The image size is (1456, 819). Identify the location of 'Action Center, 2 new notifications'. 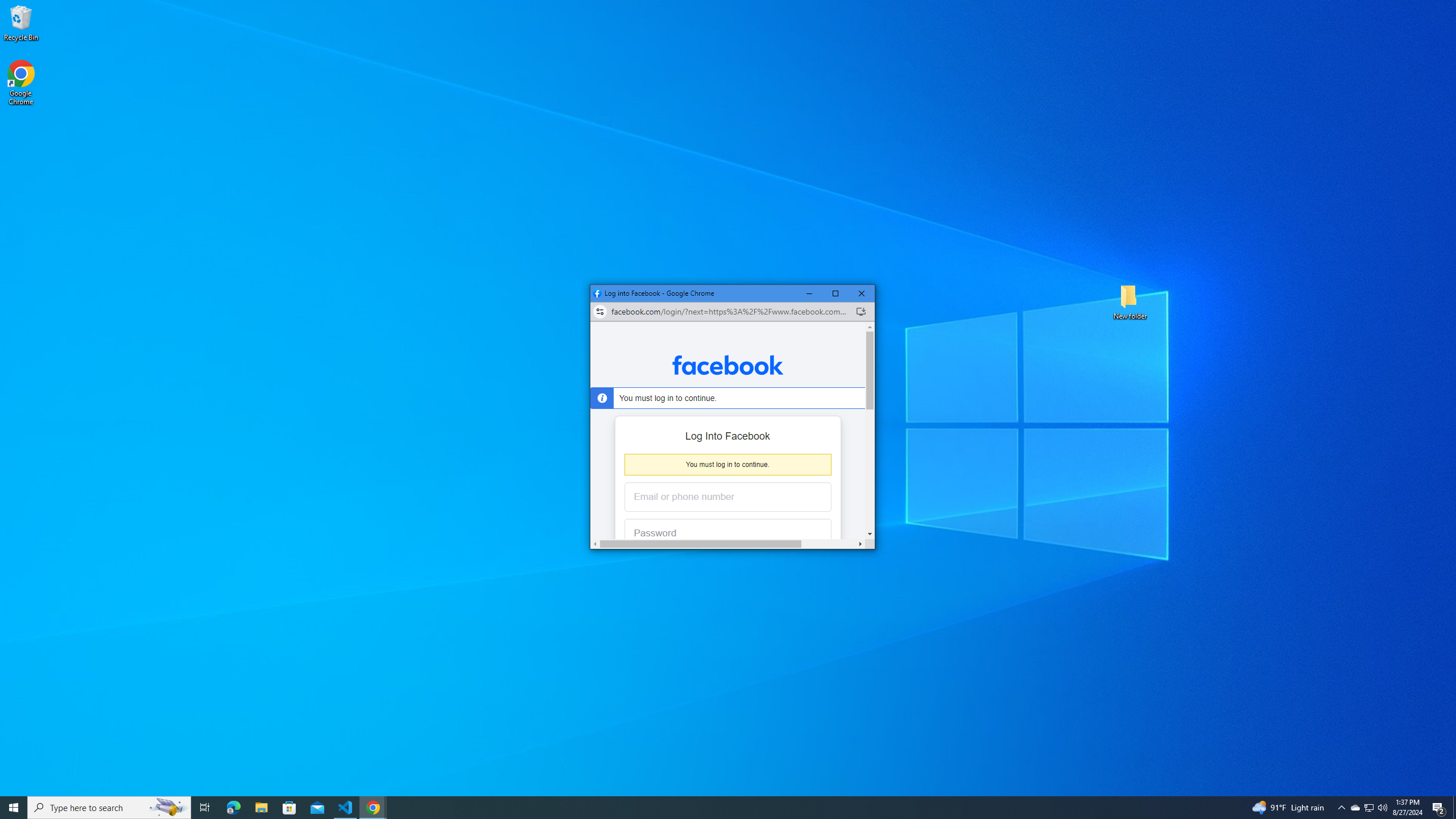
(1368, 806).